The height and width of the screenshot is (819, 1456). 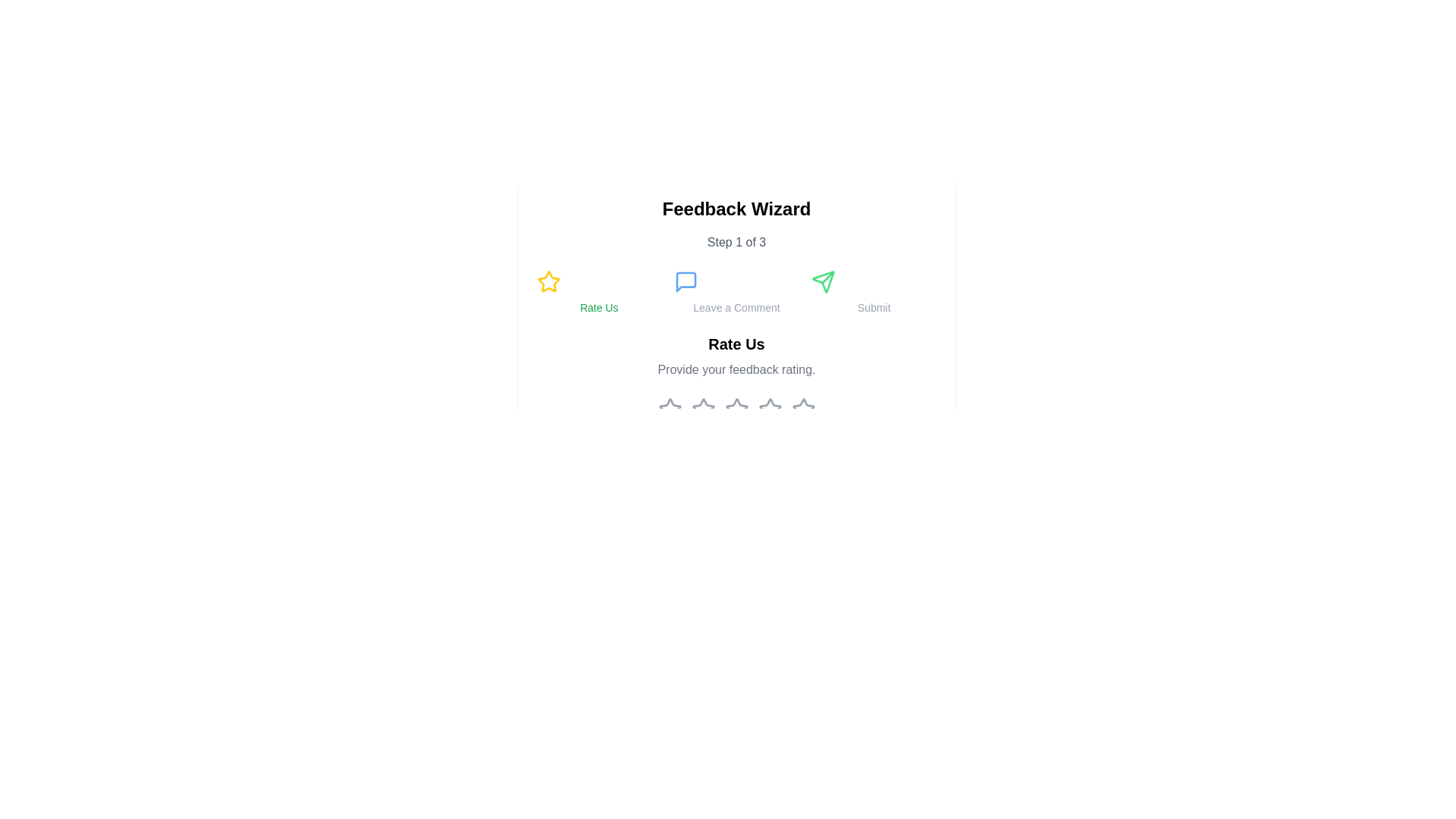 What do you see at coordinates (669, 408) in the screenshot?
I see `over the first star icon in the rating input section` at bounding box center [669, 408].